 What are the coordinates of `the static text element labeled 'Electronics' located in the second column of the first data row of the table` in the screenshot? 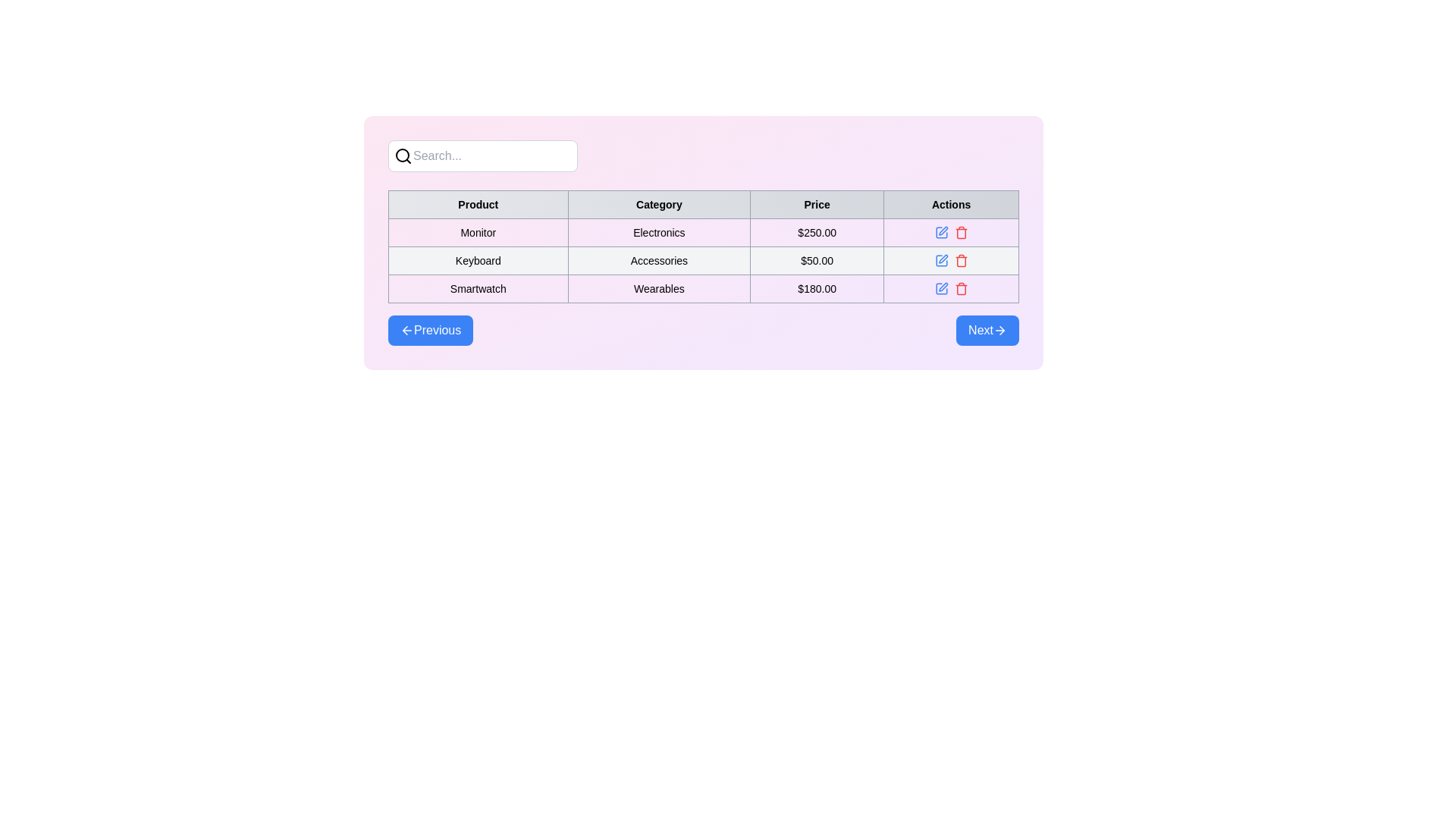 It's located at (702, 242).